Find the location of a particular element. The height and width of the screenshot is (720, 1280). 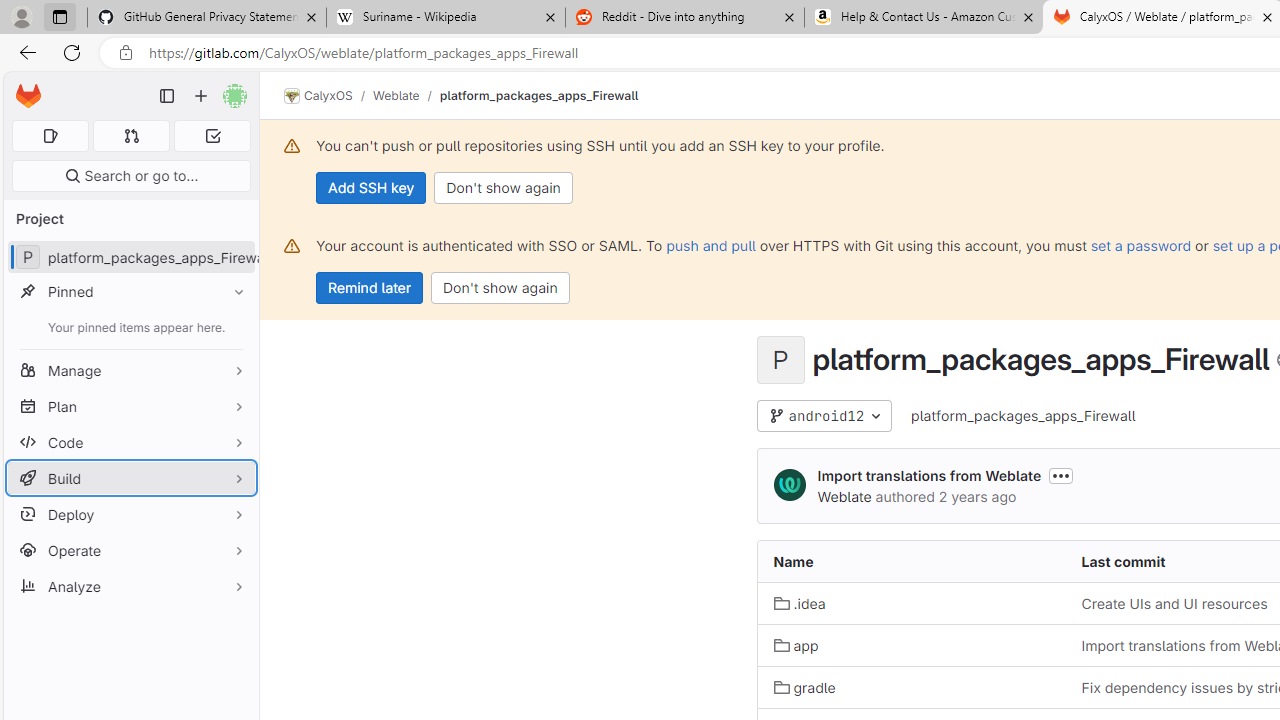

'Operate' is located at coordinates (130, 550).